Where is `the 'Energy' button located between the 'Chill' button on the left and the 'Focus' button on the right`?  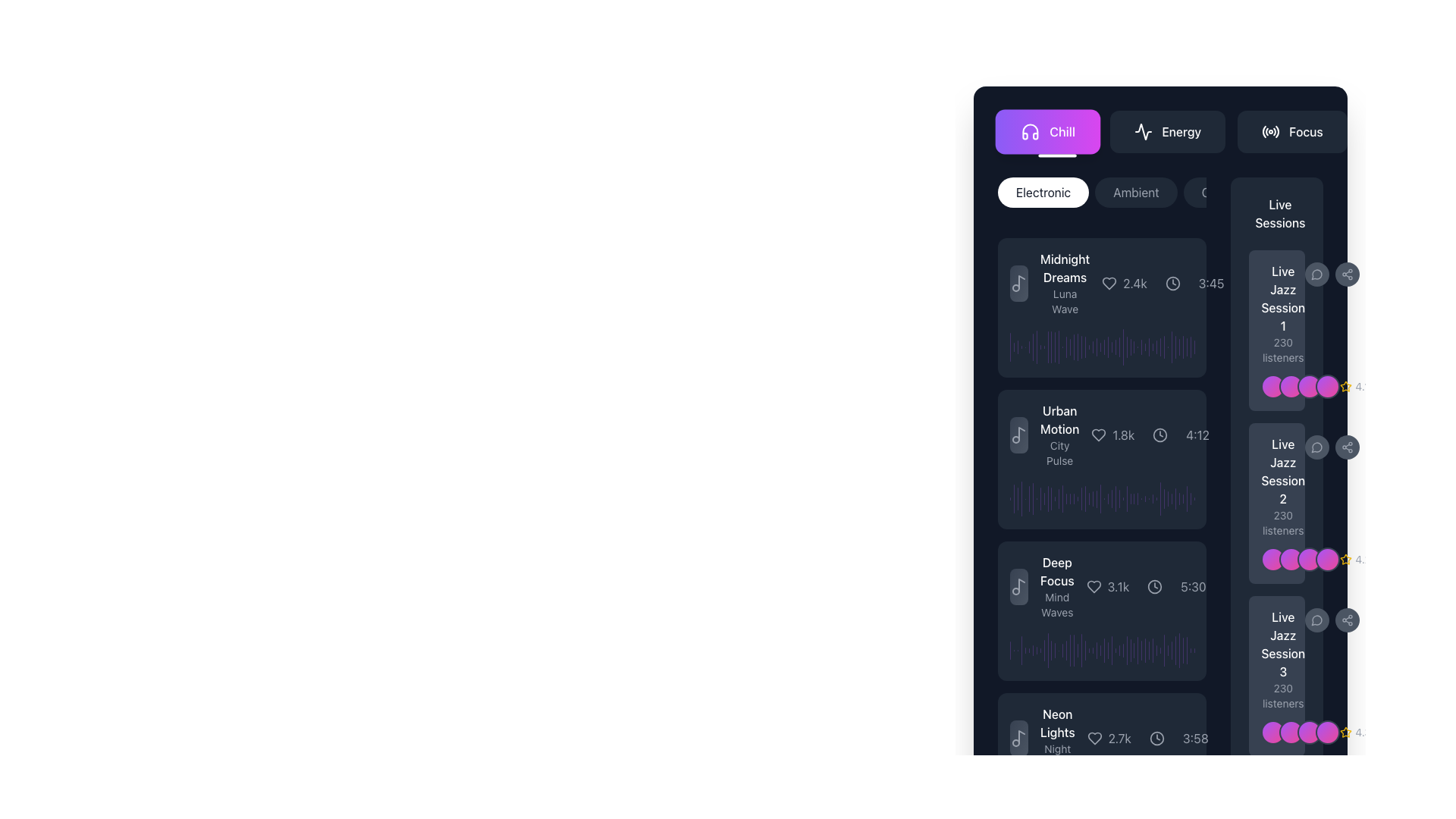 the 'Energy' button located between the 'Chill' button on the left and the 'Focus' button on the right is located at coordinates (1159, 130).